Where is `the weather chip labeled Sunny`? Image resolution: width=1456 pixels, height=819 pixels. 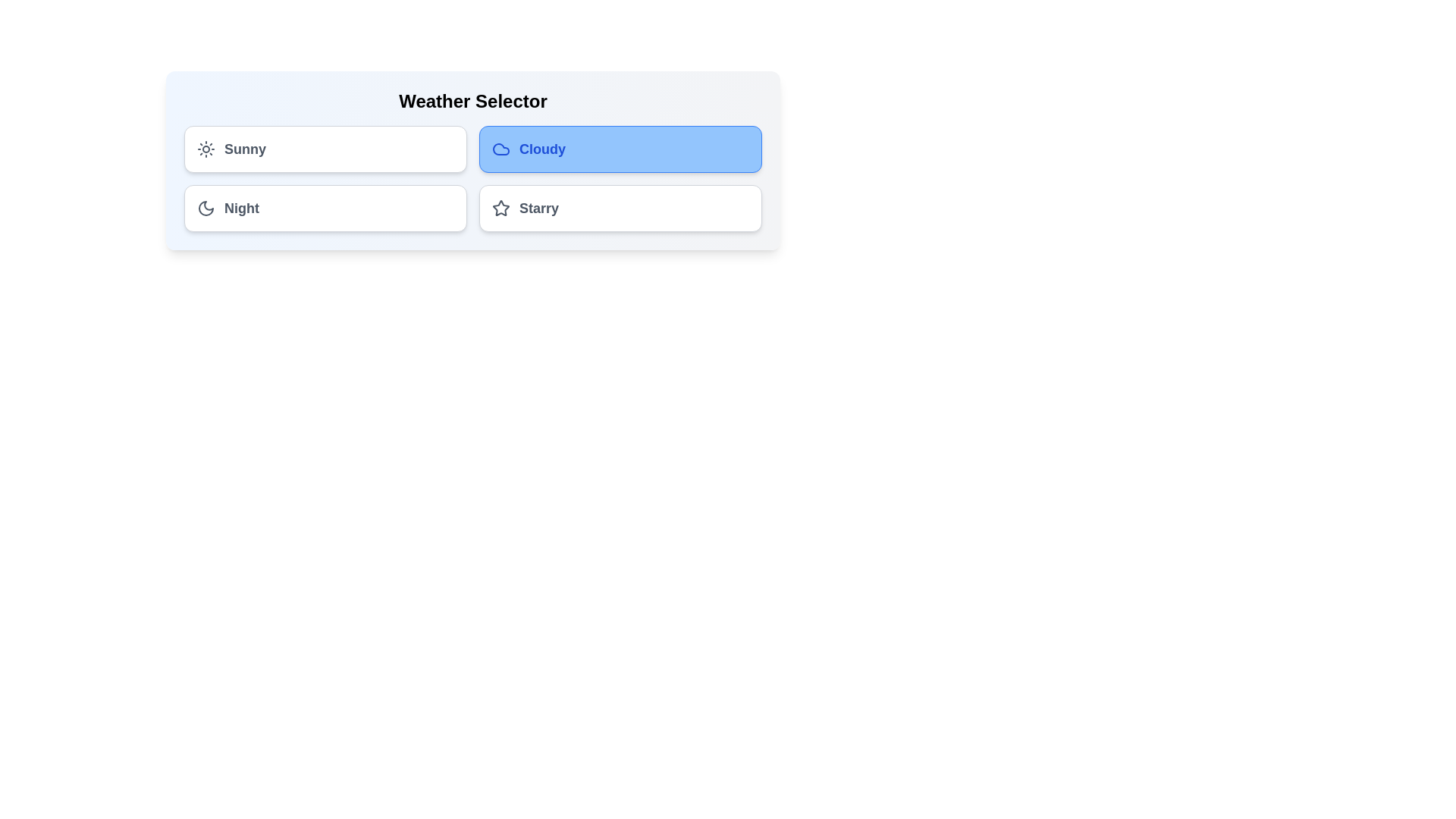
the weather chip labeled Sunny is located at coordinates (325, 149).